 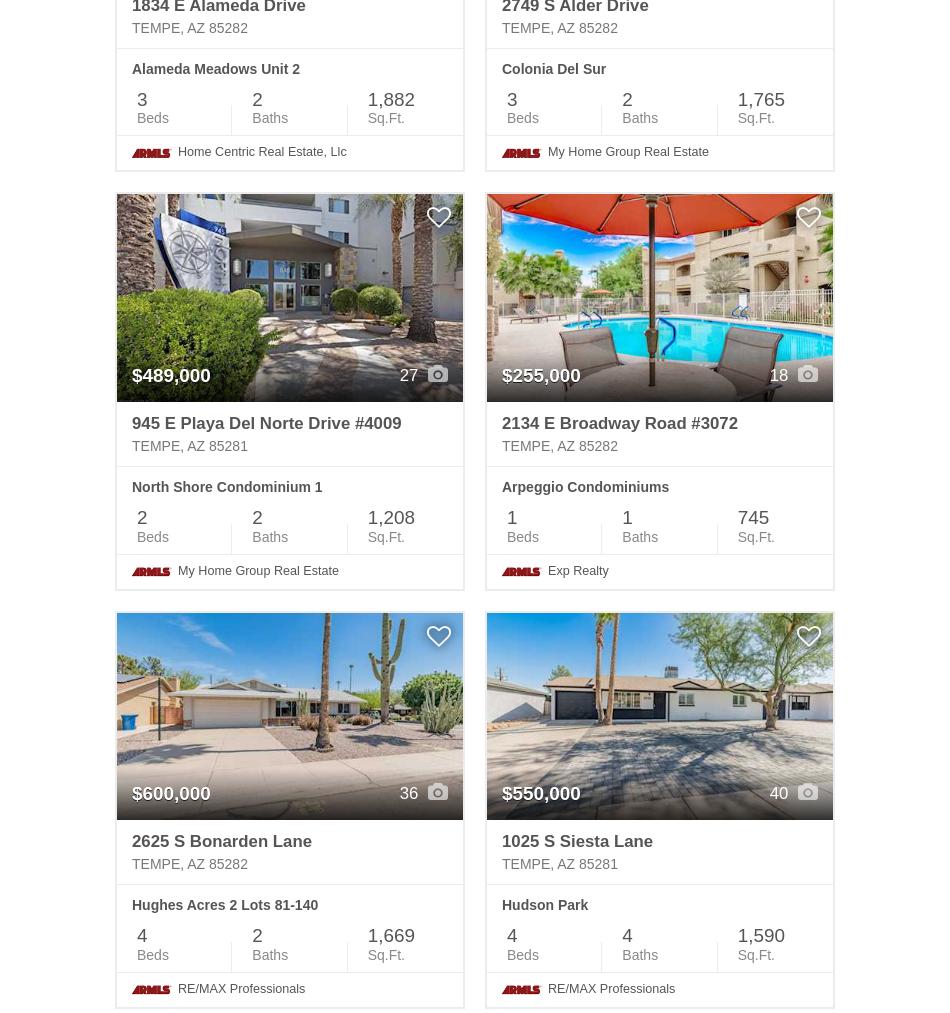 What do you see at coordinates (541, 374) in the screenshot?
I see `'$255,000'` at bounding box center [541, 374].